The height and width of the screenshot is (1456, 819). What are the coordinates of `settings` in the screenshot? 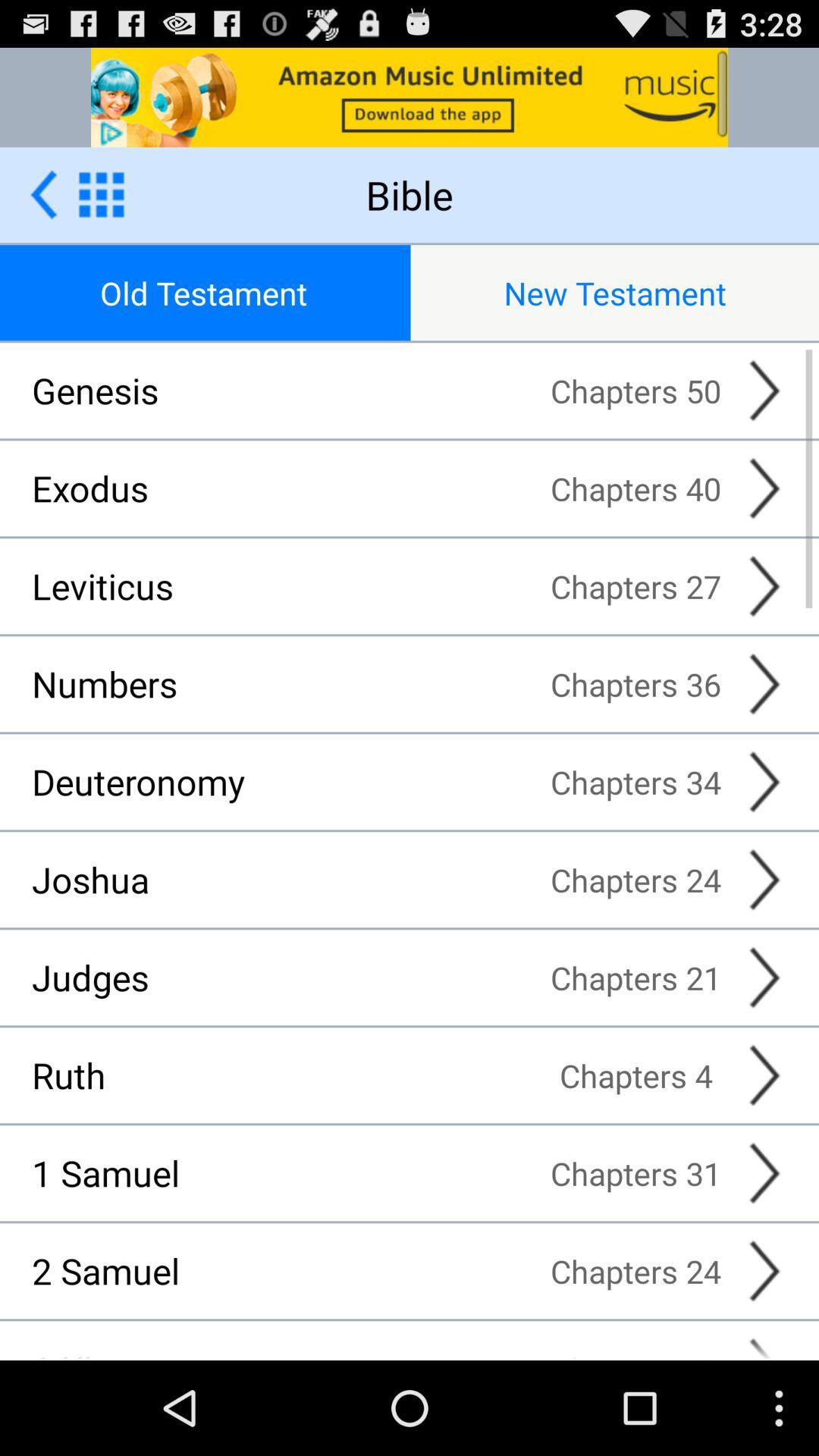 It's located at (101, 193).